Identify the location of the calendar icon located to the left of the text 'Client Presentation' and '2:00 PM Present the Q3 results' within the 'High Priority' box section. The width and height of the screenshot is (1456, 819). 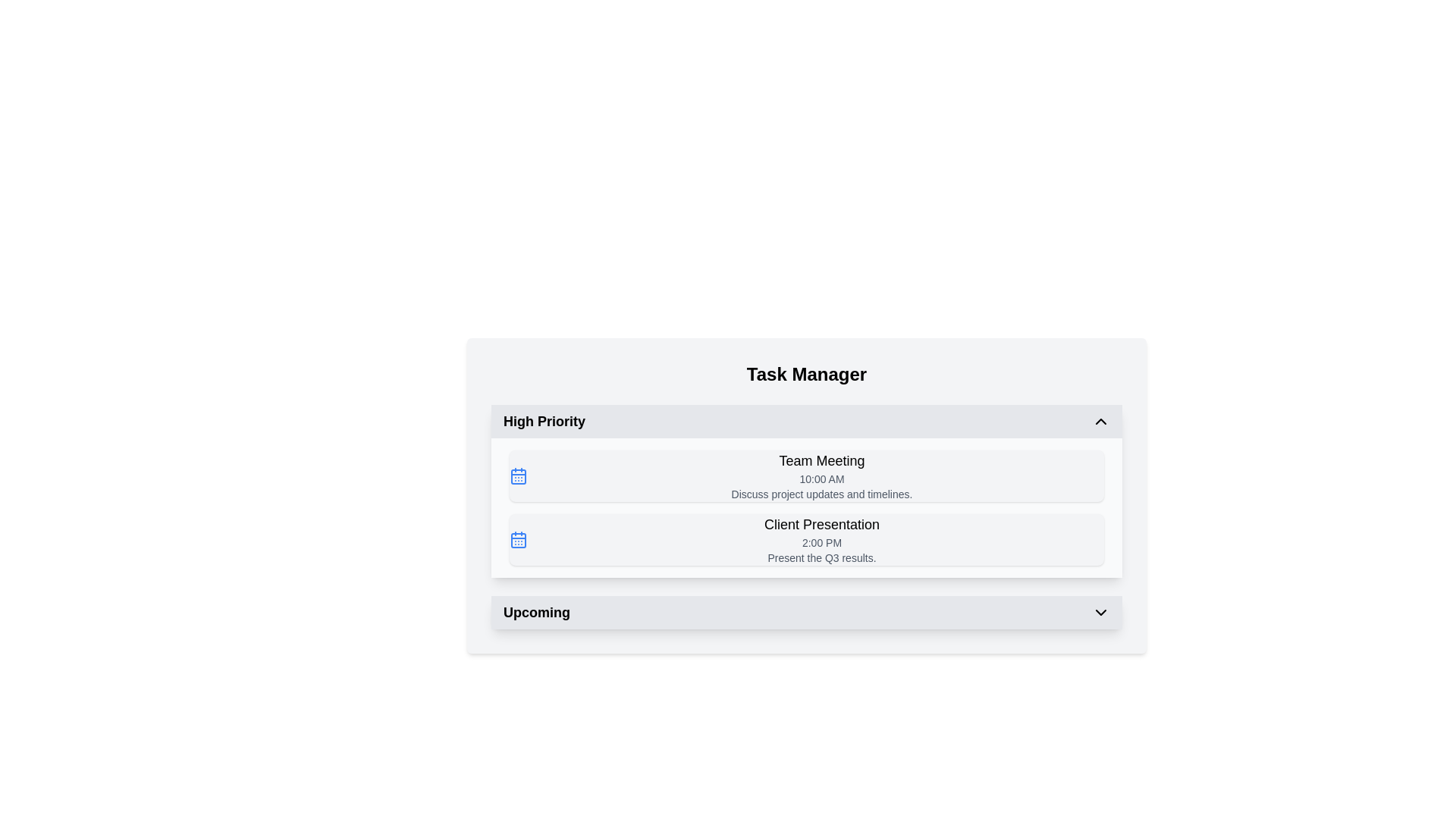
(519, 539).